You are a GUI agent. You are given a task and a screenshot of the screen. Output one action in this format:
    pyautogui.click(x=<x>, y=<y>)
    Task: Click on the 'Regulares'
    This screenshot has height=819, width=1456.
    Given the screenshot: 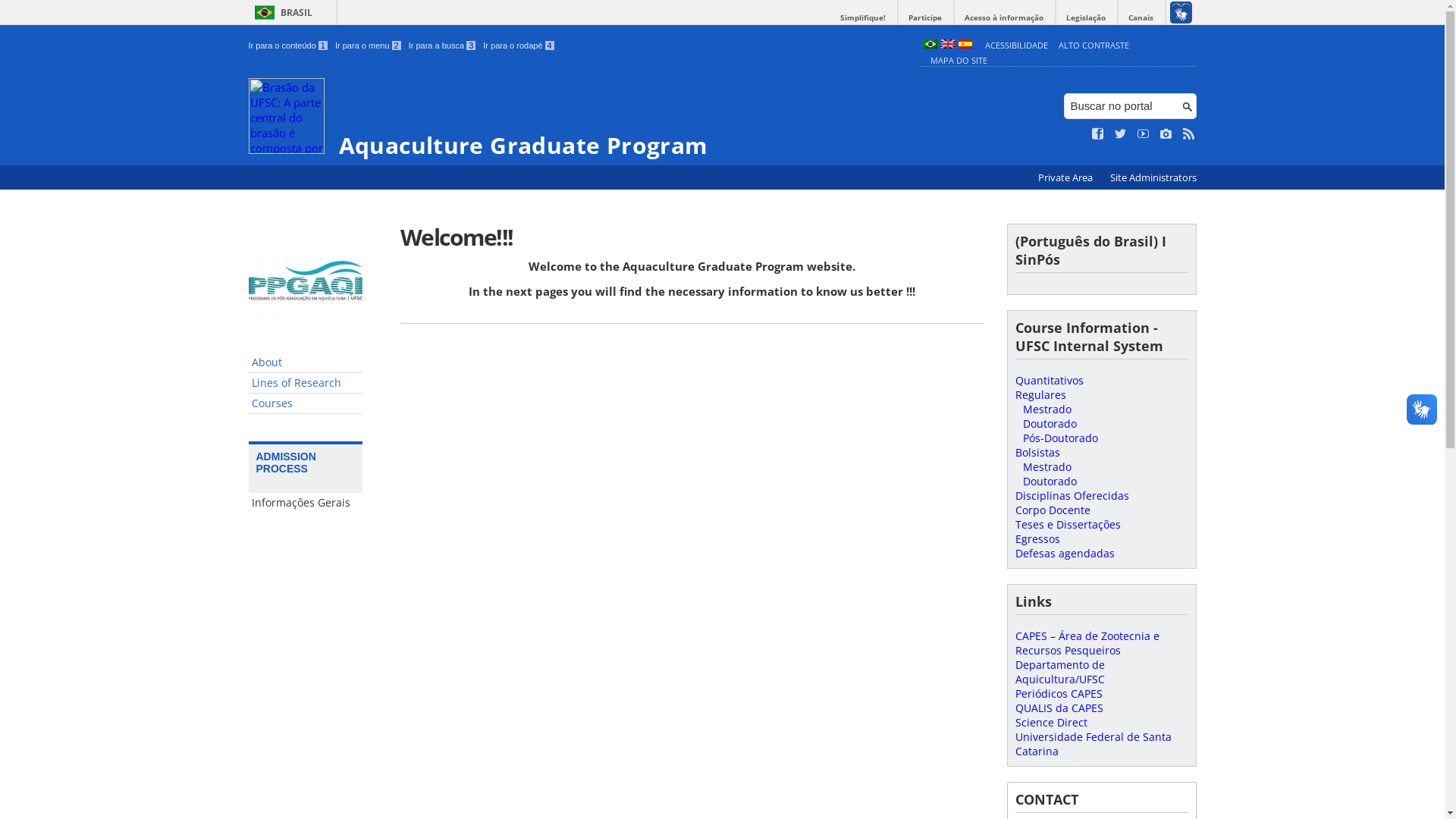 What is the action you would take?
    pyautogui.click(x=1039, y=394)
    